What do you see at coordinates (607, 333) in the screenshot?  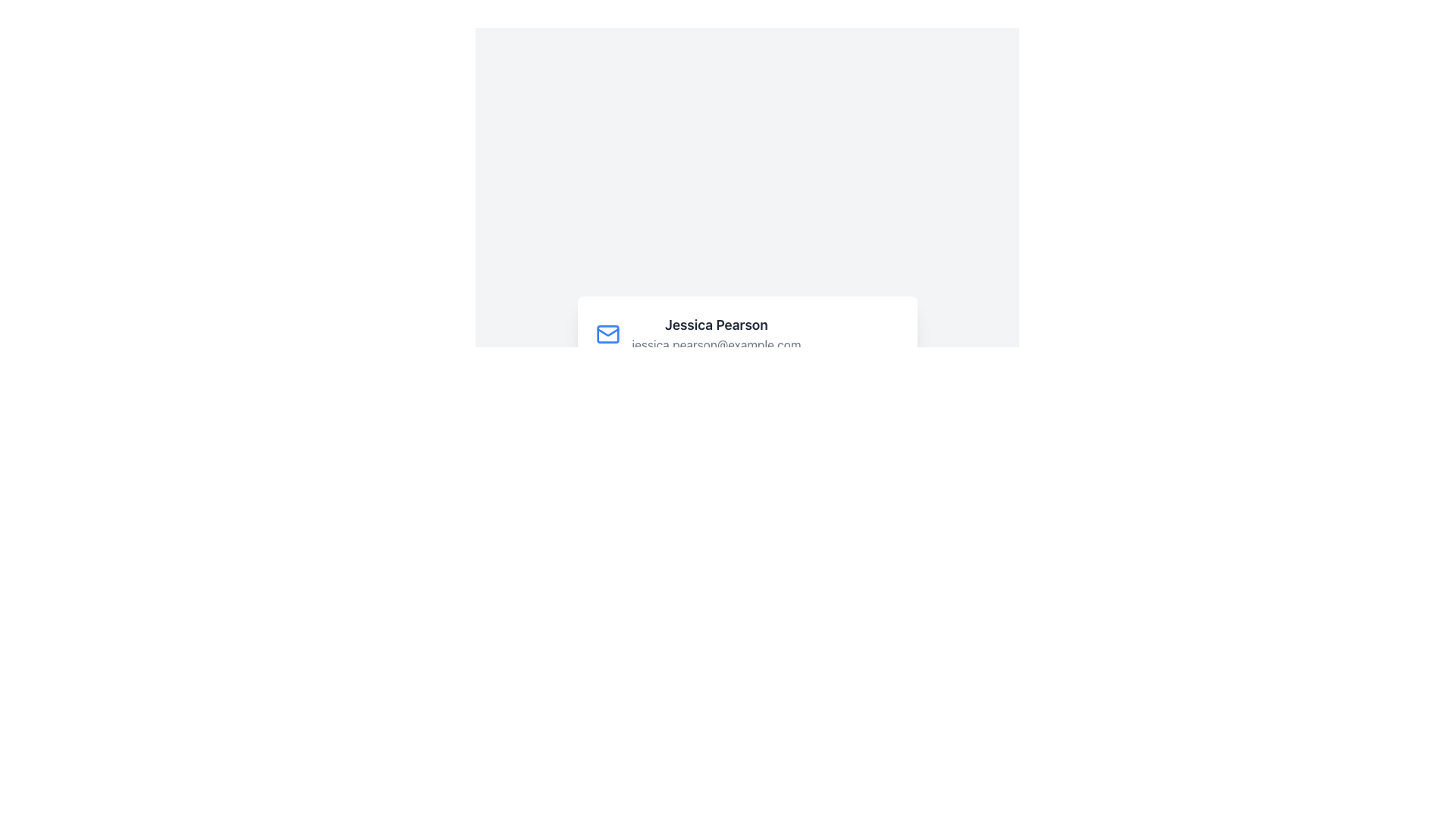 I see `the rectangular component representing the back of an envelope in the mail icon, which is horizontally centered above the user details text block labeled 'Jessica Pearson'` at bounding box center [607, 333].